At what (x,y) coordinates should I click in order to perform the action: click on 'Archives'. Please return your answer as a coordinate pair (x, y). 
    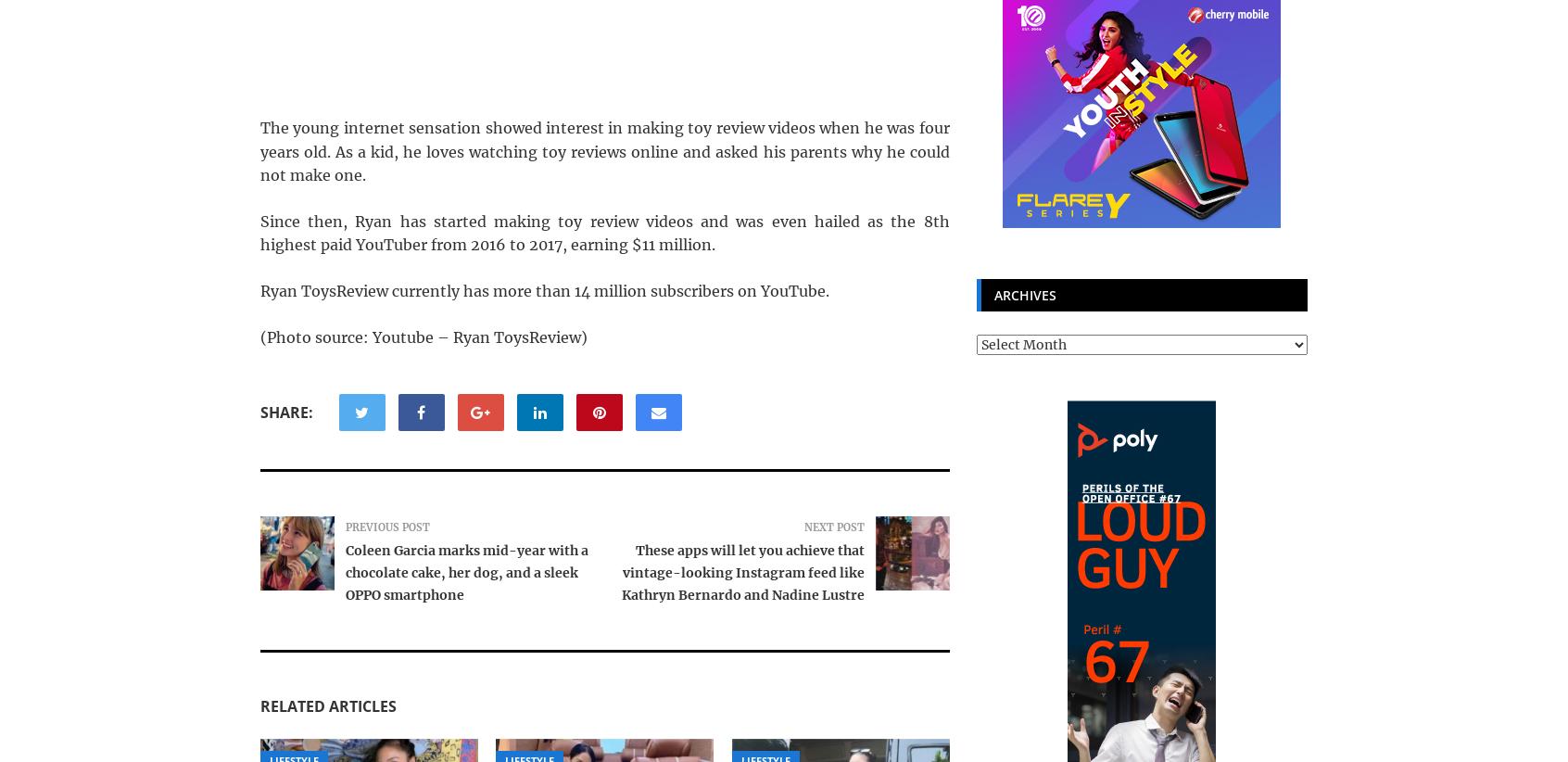
    Looking at the image, I should click on (1024, 295).